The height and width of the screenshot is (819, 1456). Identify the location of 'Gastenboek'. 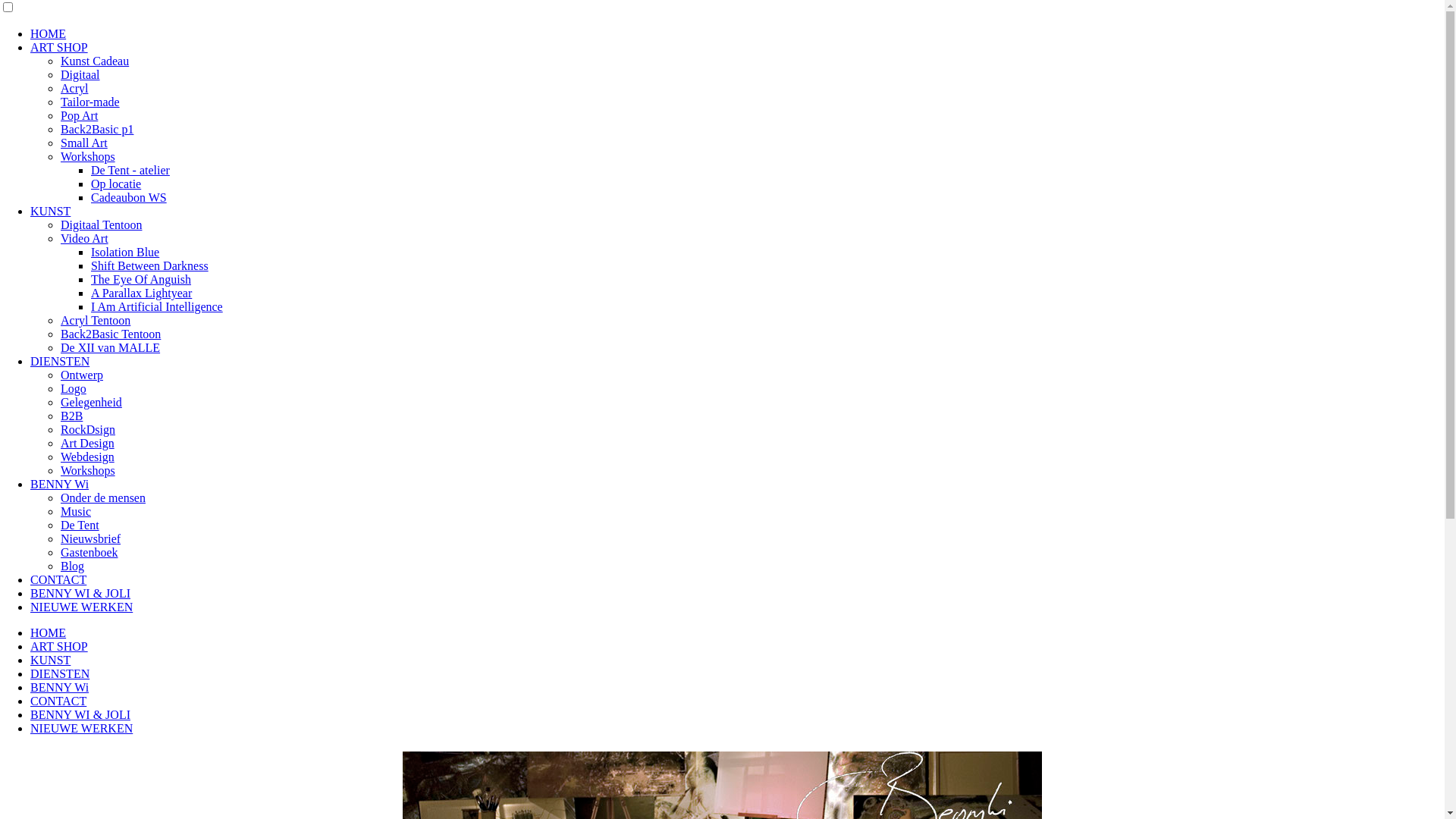
(61, 552).